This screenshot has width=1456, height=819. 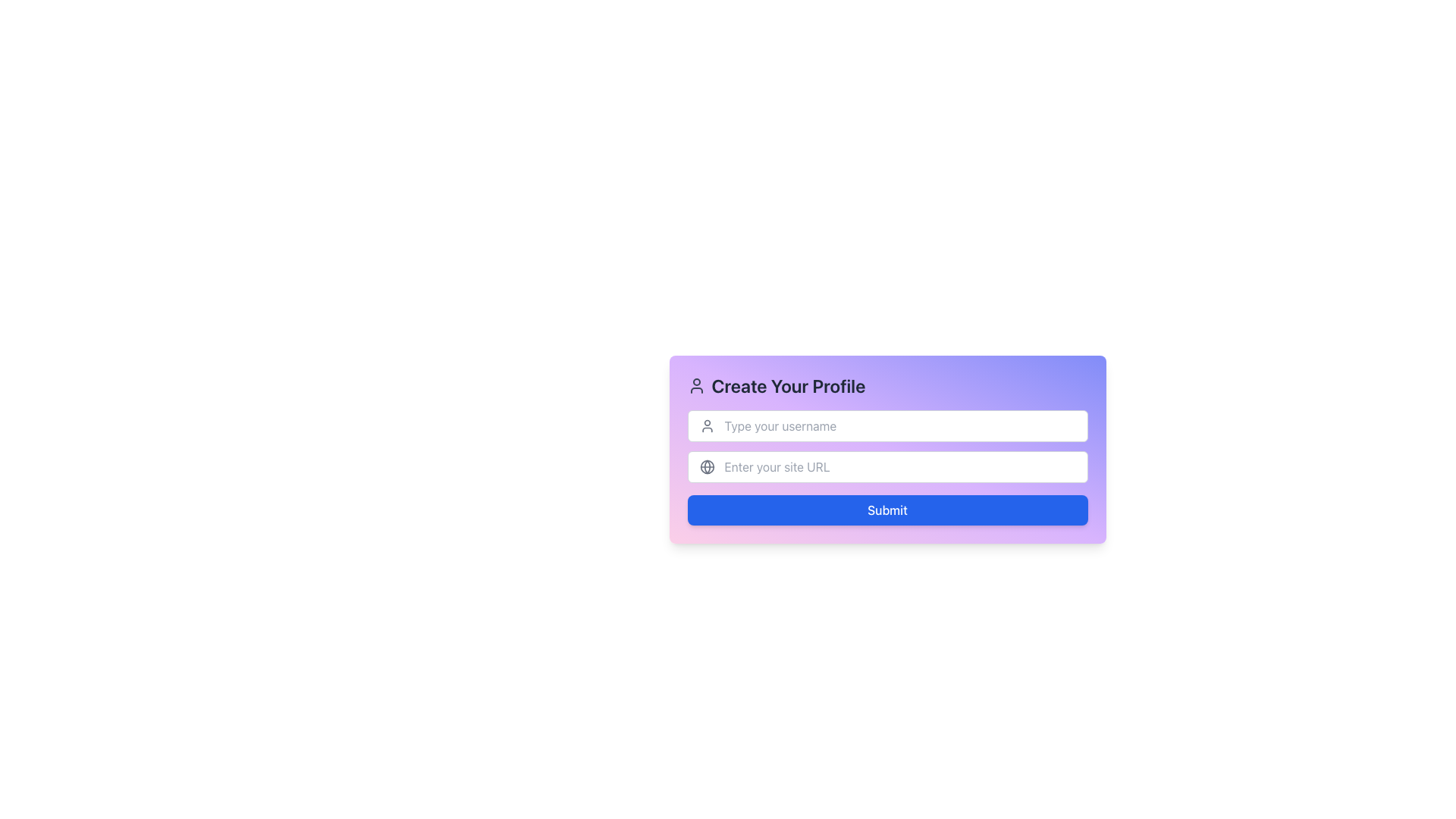 What do you see at coordinates (706, 466) in the screenshot?
I see `the small circular globe icon representing a URL, which is positioned to the left of the text input box labeled 'Enter your site URL'` at bounding box center [706, 466].